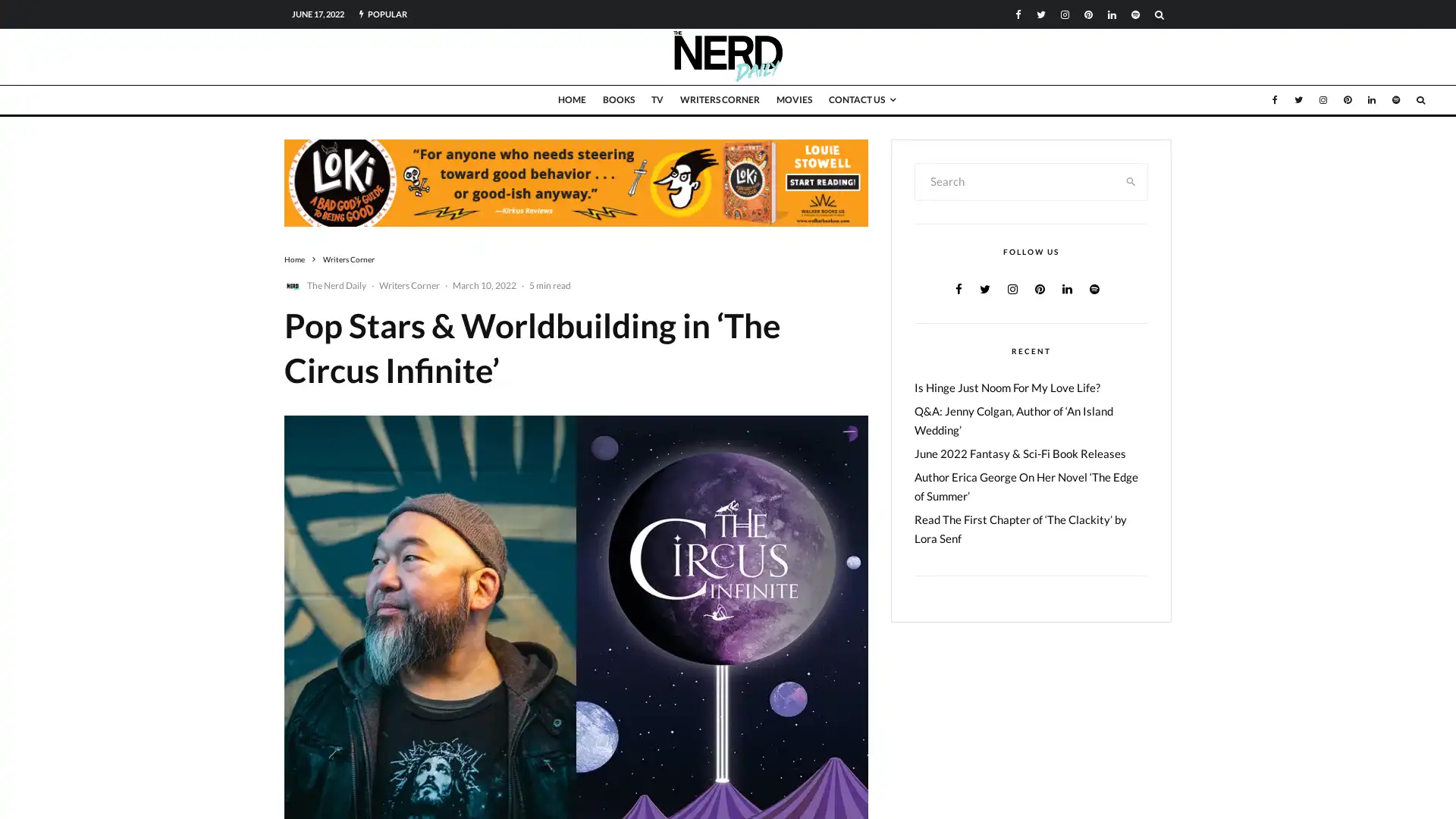 The width and height of the screenshot is (1456, 819). Describe the element at coordinates (1131, 180) in the screenshot. I see `search` at that location.